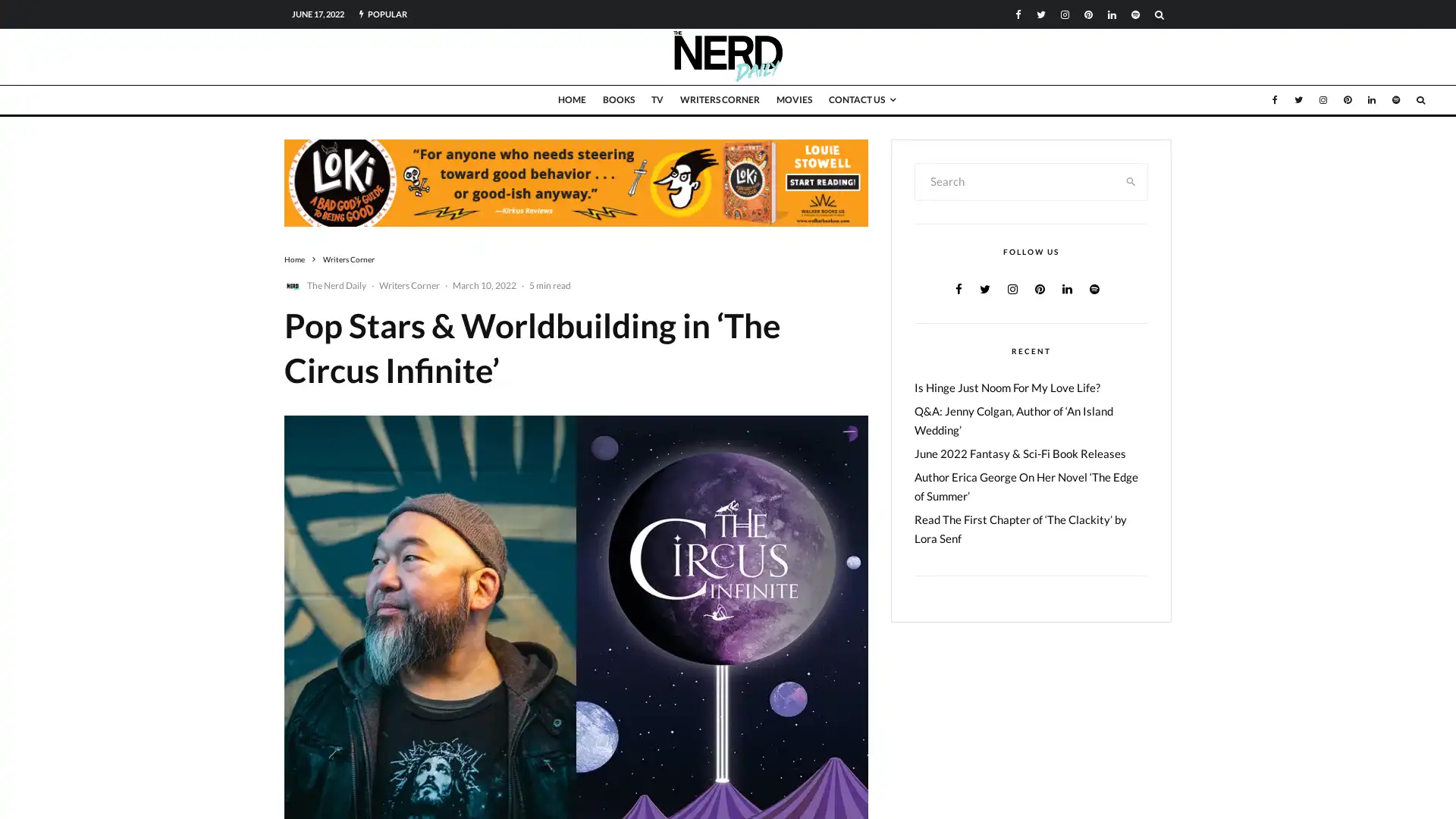 The width and height of the screenshot is (1456, 819). Describe the element at coordinates (1131, 180) in the screenshot. I see `search` at that location.